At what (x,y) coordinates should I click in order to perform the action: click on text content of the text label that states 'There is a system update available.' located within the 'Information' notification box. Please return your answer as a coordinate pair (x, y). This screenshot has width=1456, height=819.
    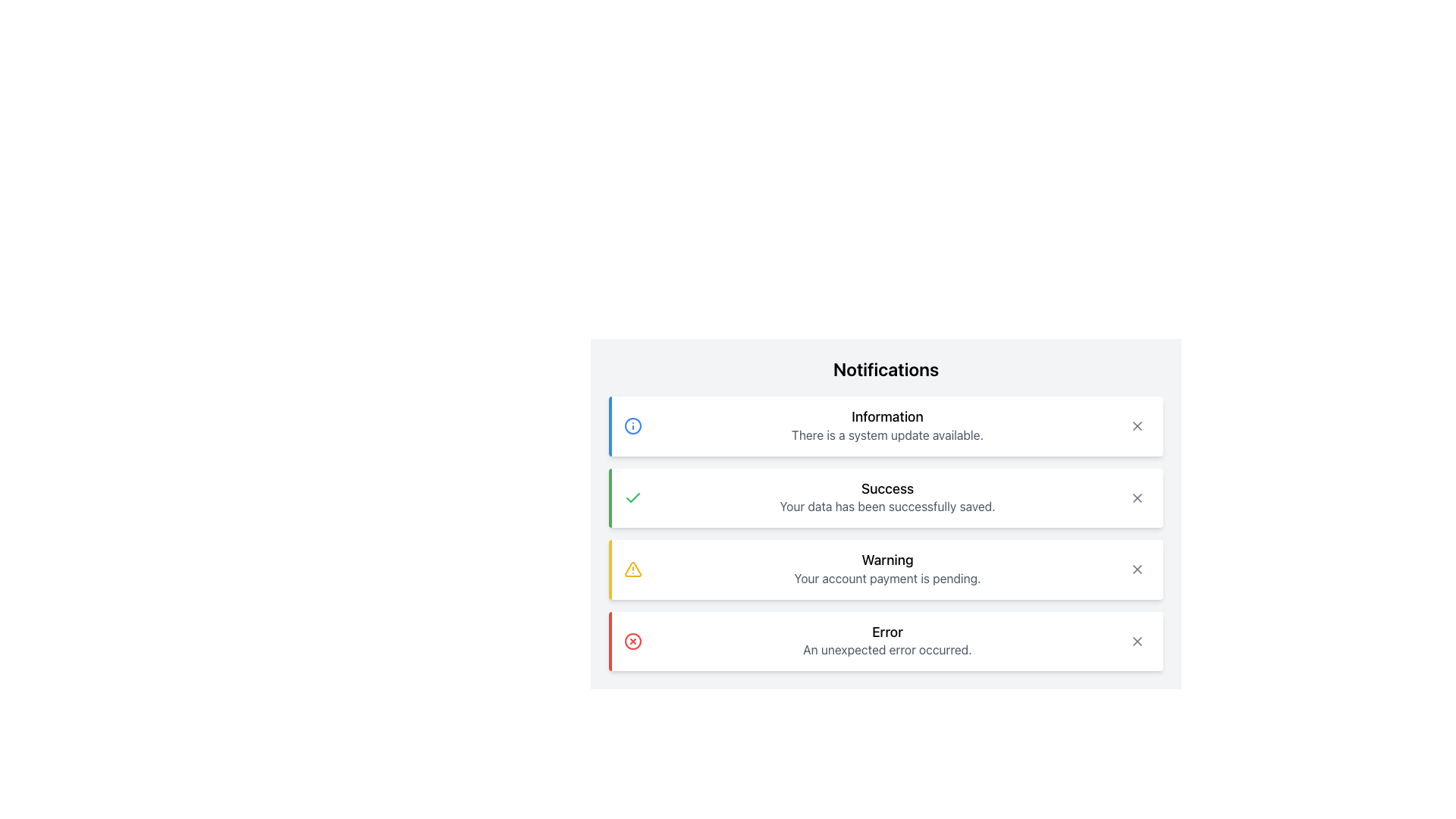
    Looking at the image, I should click on (887, 435).